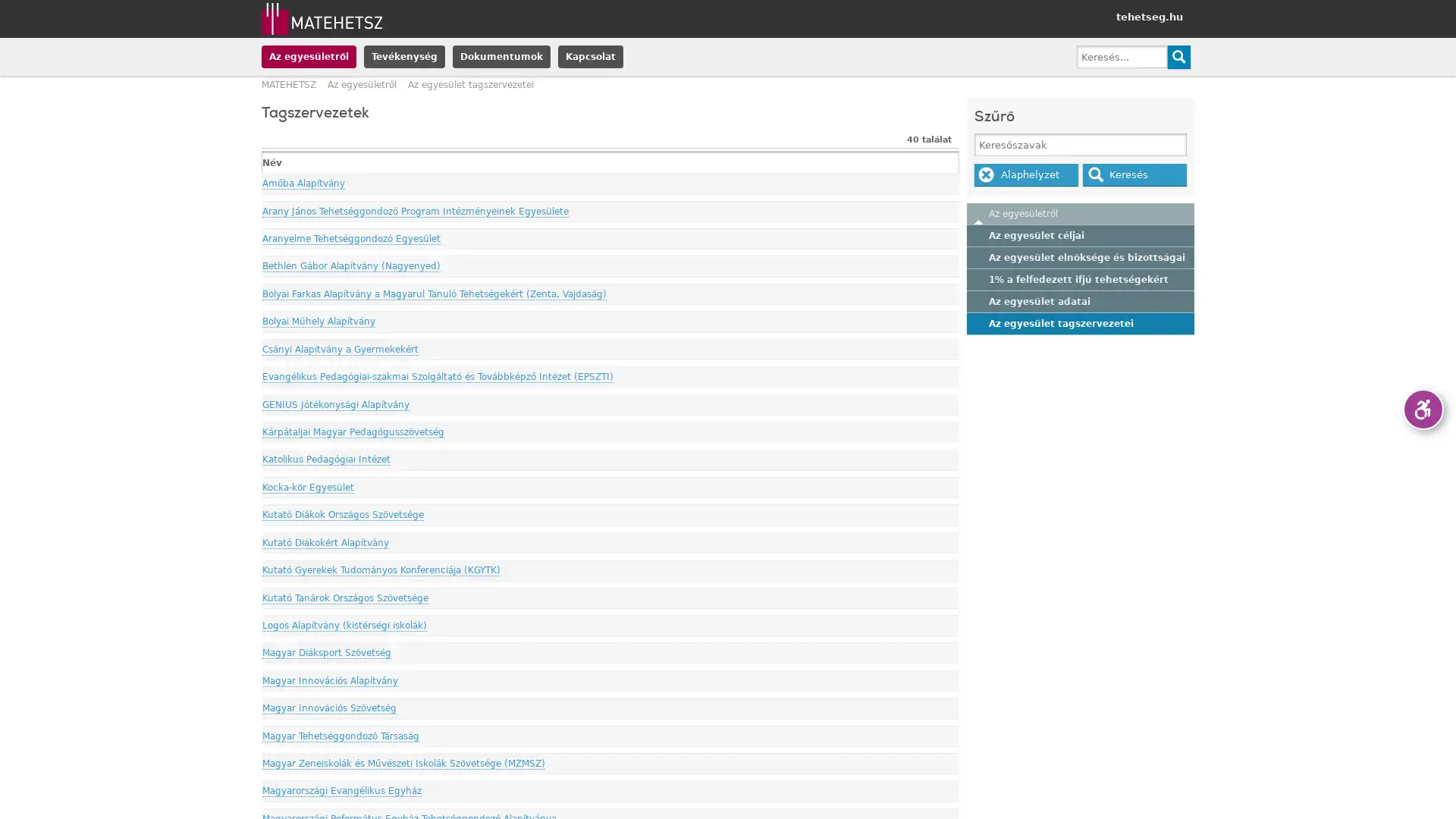 The height and width of the screenshot is (819, 1456). Describe the element at coordinates (1134, 174) in the screenshot. I see `Kereses` at that location.